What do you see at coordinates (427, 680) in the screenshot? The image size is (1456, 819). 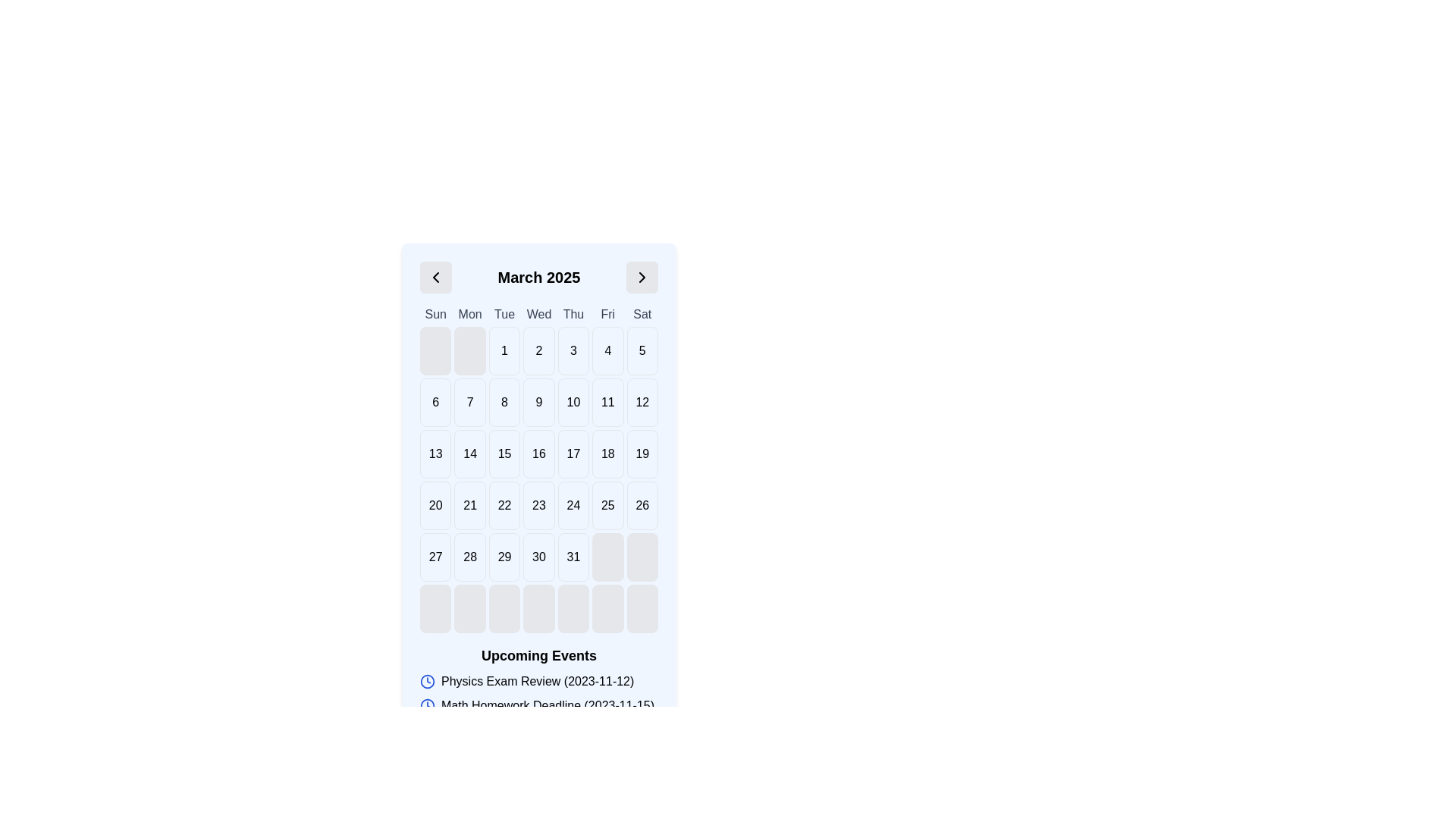 I see `the blue SVG clock icon located to the left of the text 'Physics Exam Review (2023-11-12)' in the 'Upcoming Events' section beneath the calendar` at bounding box center [427, 680].